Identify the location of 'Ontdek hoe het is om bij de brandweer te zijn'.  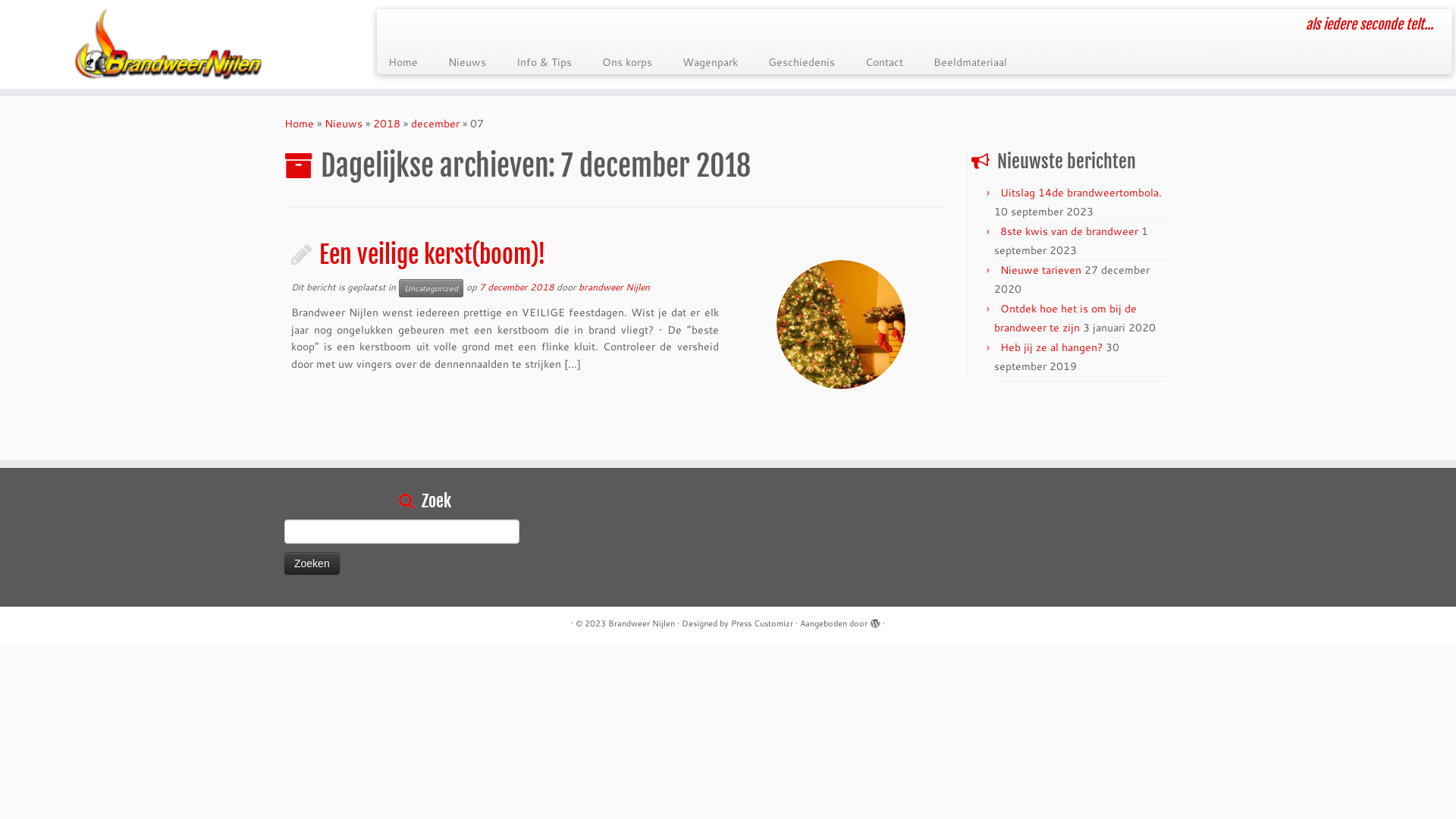
(1065, 317).